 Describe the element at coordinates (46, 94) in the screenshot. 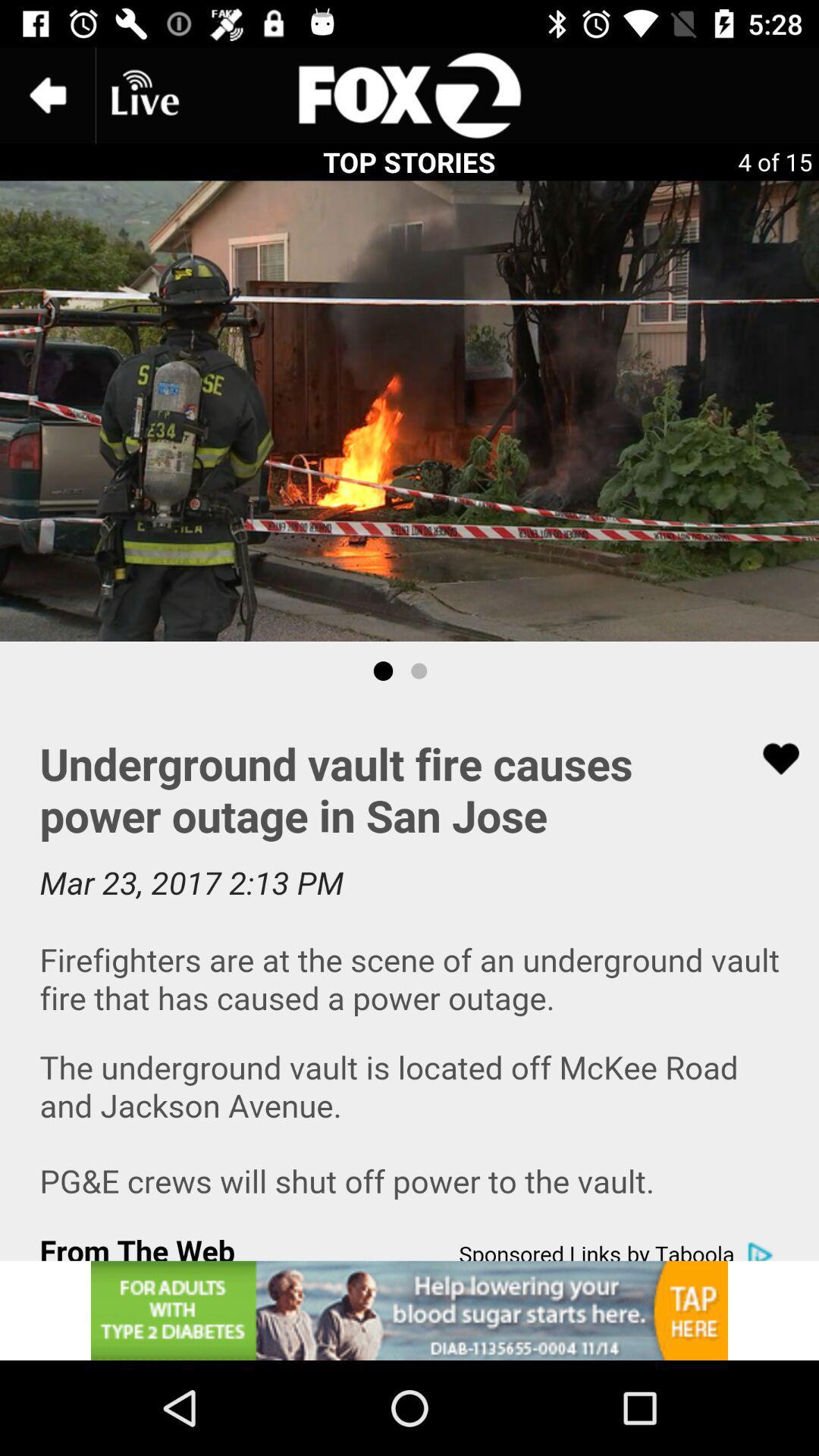

I see `back the page` at that location.